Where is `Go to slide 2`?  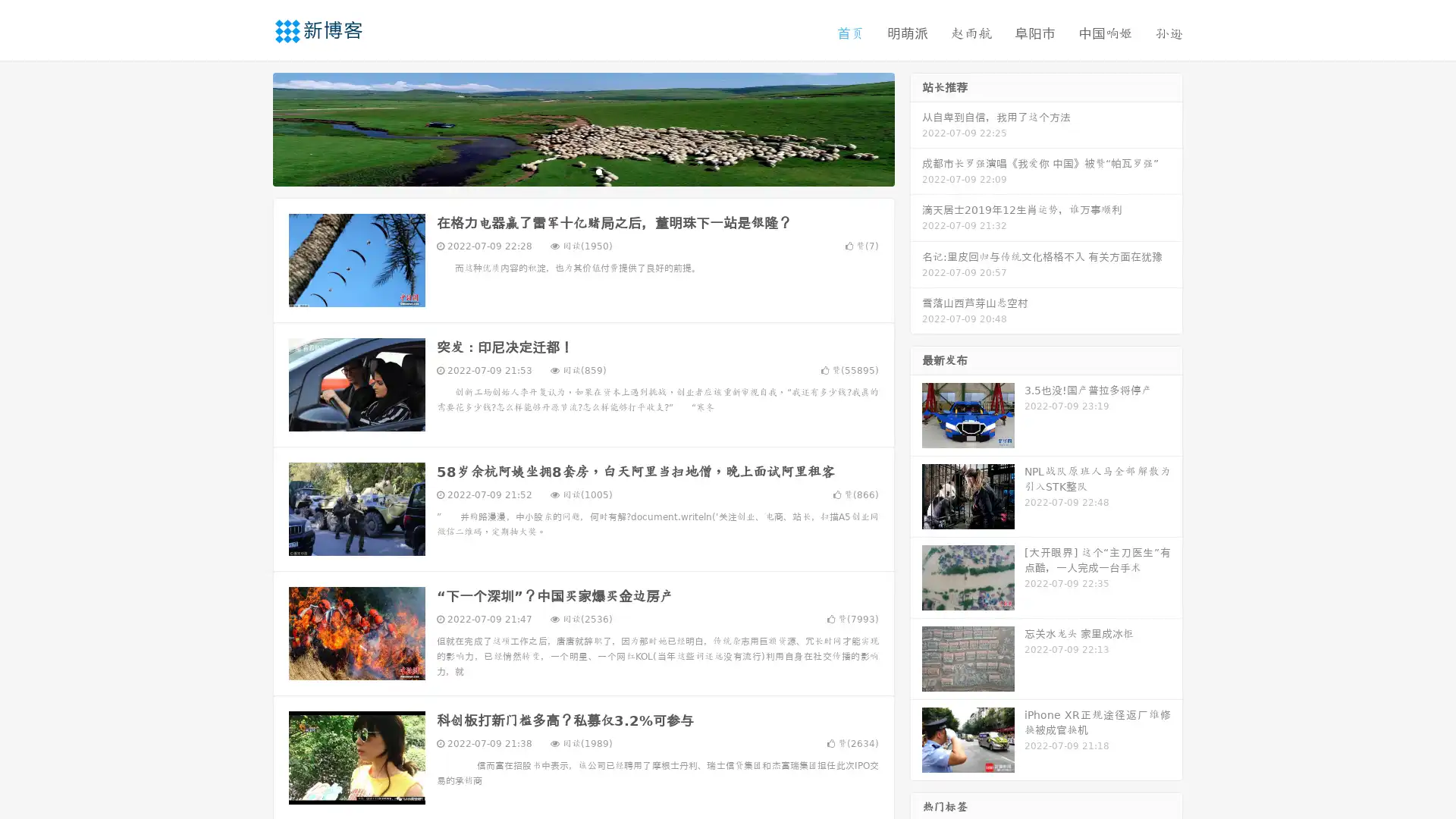 Go to slide 2 is located at coordinates (582, 171).